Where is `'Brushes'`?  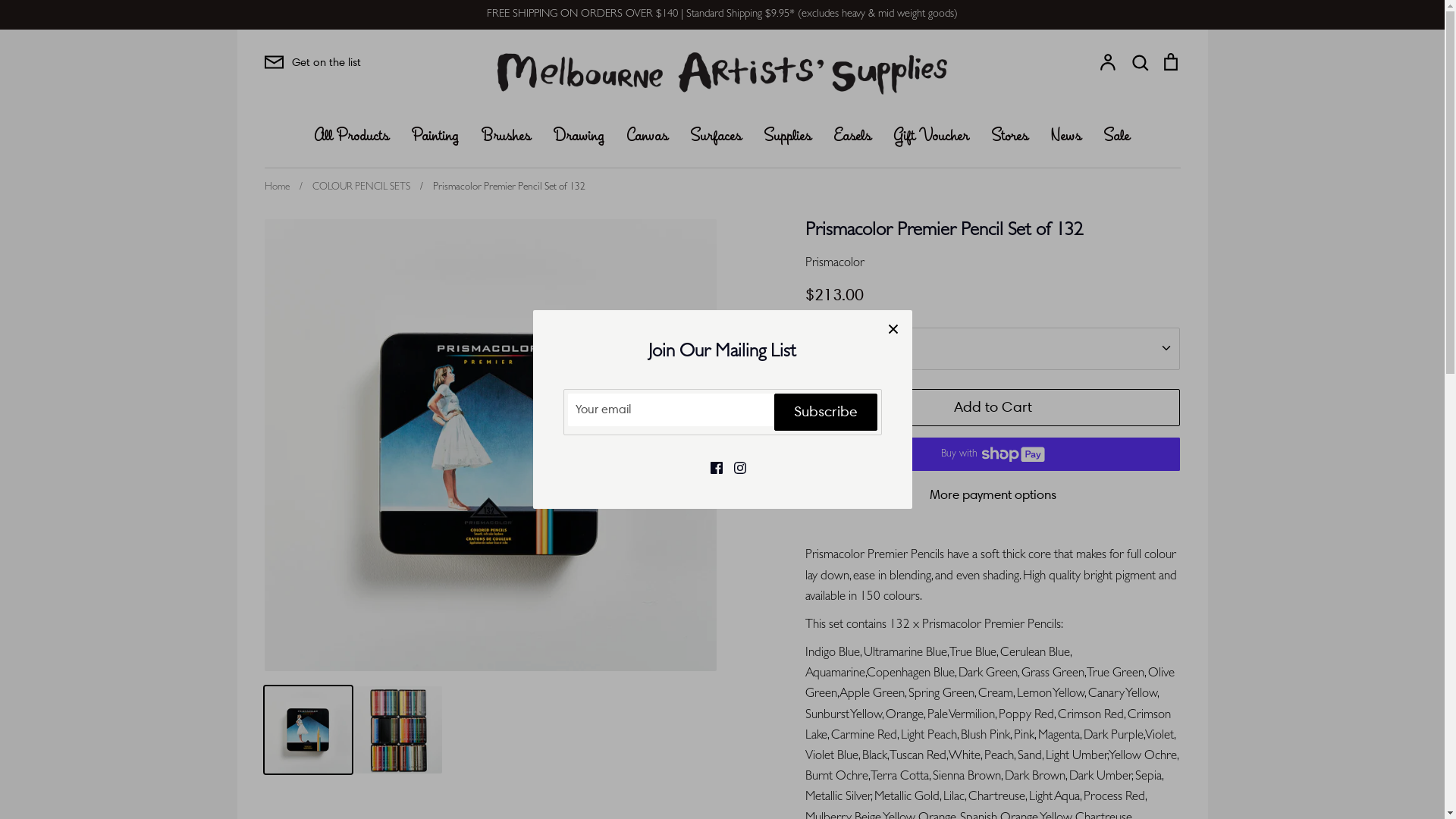
'Brushes' is located at coordinates (480, 136).